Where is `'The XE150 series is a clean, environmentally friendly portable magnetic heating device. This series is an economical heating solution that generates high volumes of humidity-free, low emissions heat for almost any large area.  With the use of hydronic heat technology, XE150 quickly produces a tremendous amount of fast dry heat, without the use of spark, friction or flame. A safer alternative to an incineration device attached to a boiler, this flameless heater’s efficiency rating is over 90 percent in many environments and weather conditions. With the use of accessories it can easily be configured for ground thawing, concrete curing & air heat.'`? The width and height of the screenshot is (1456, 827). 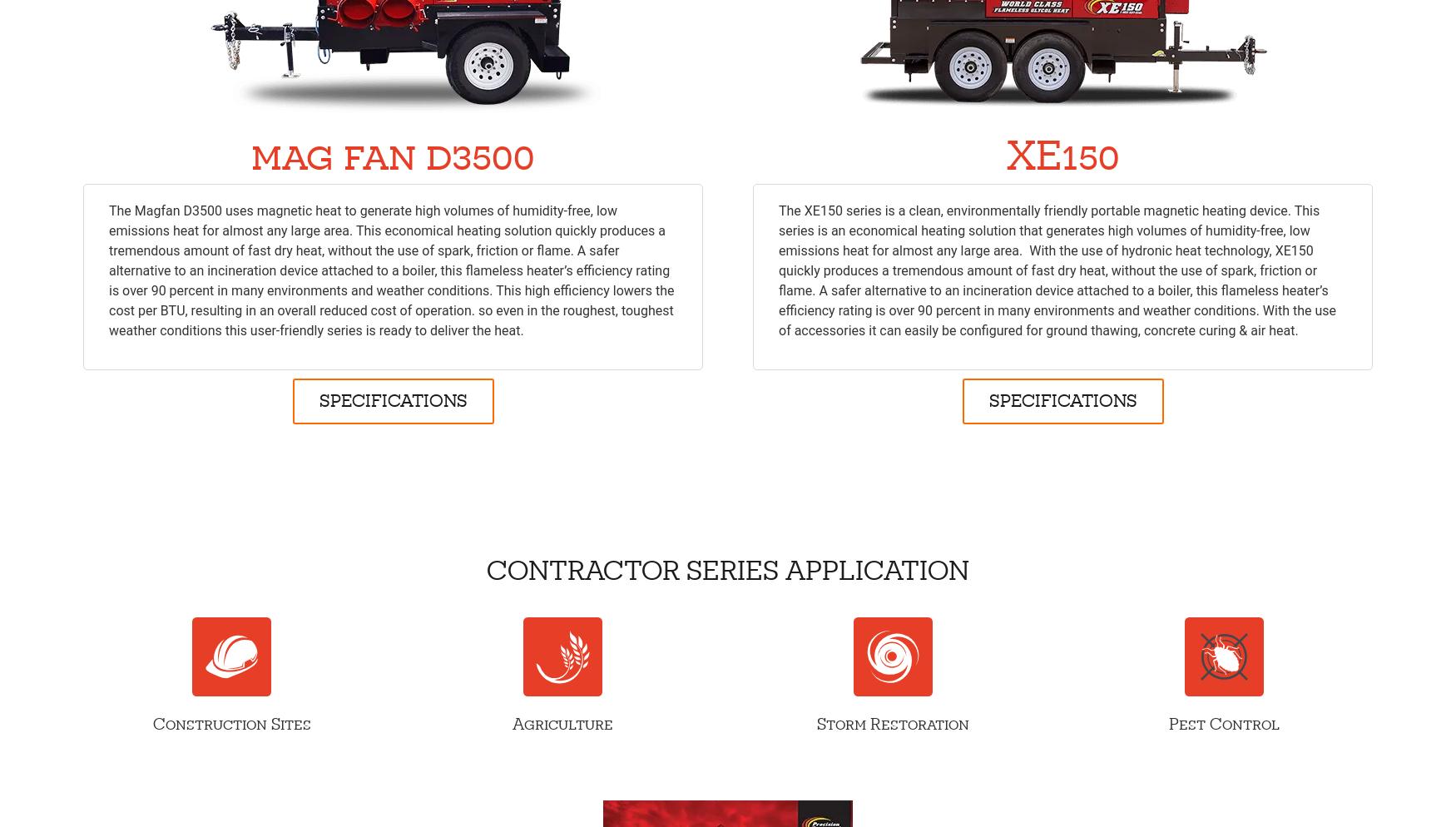
'The XE150 series is a clean, environmentally friendly portable magnetic heating device. This series is an economical heating solution that generates high volumes of humidity-free, low emissions heat for almost any large area.  With the use of hydronic heat technology, XE150 quickly produces a tremendous amount of fast dry heat, without the use of spark, friction or flame. A safer alternative to an incineration device attached to a boiler, this flameless heater’s efficiency rating is over 90 percent in many environments and weather conditions. With the use of accessories it can easily be configured for ground thawing, concrete curing & air heat.' is located at coordinates (778, 270).